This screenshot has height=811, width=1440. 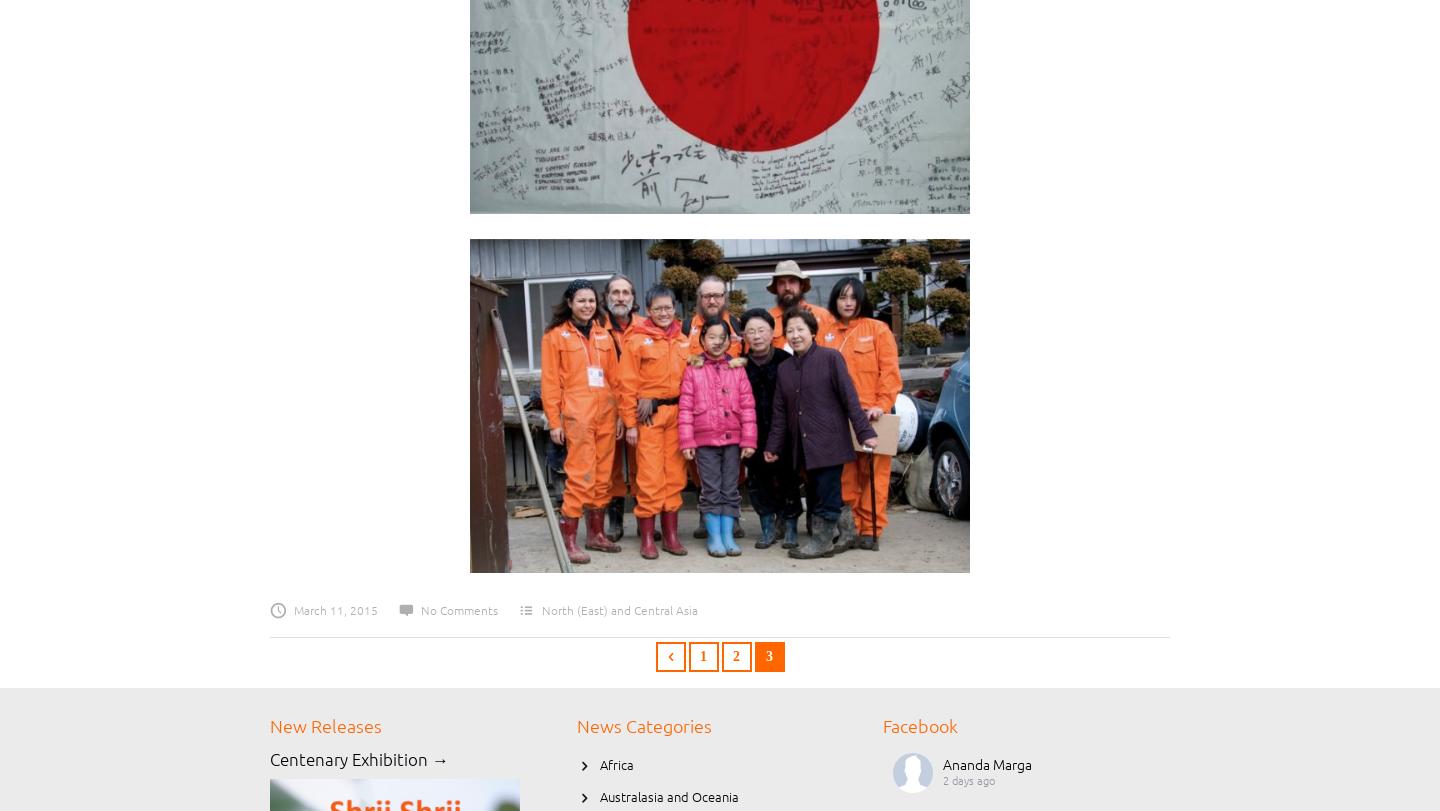 I want to click on 'Facebook', so click(x=920, y=725).